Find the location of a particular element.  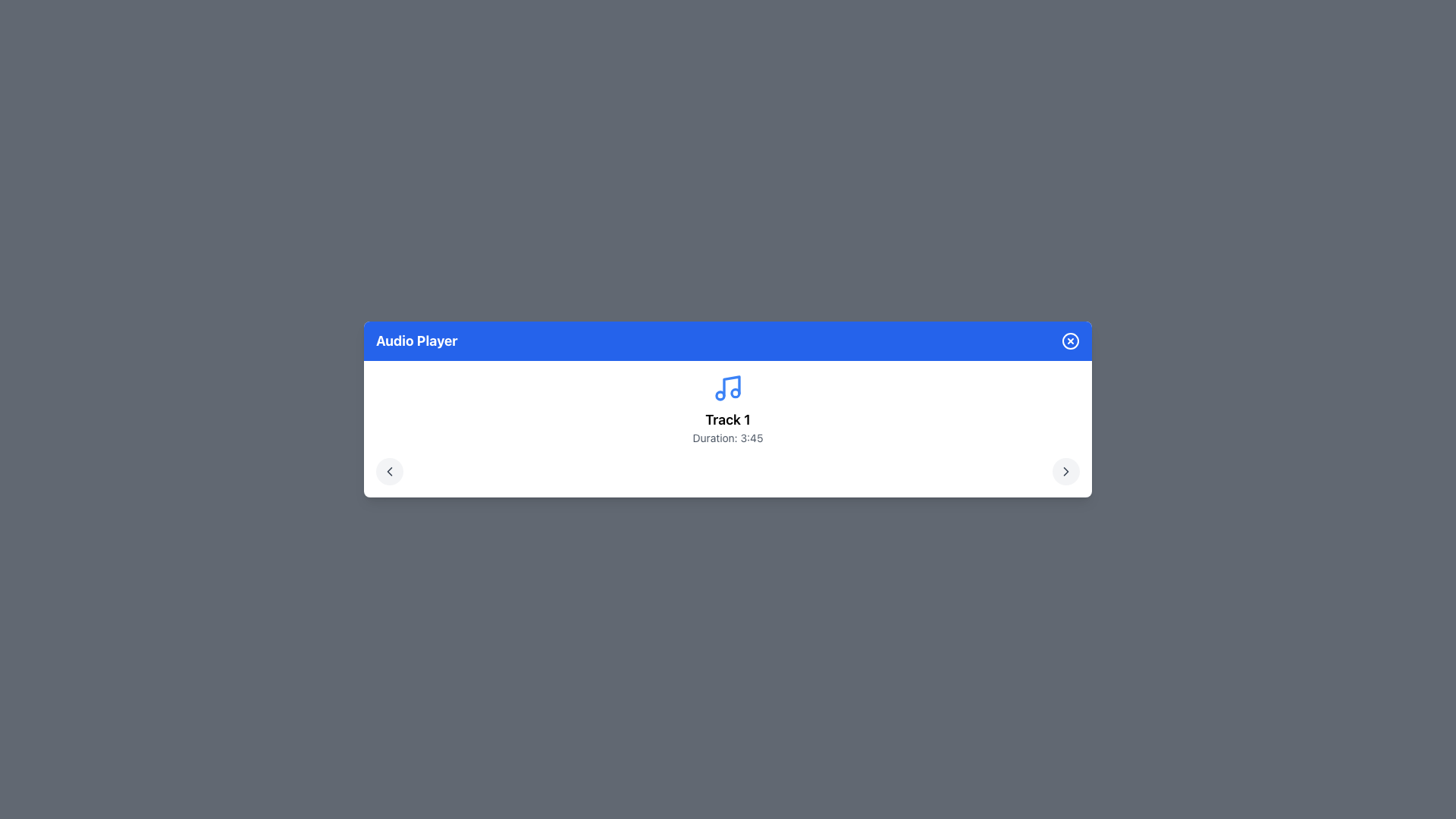

the small circular button with a light gray background and a right-pointing chevron icon located at the lower right corner of the card interface is located at coordinates (1065, 470).